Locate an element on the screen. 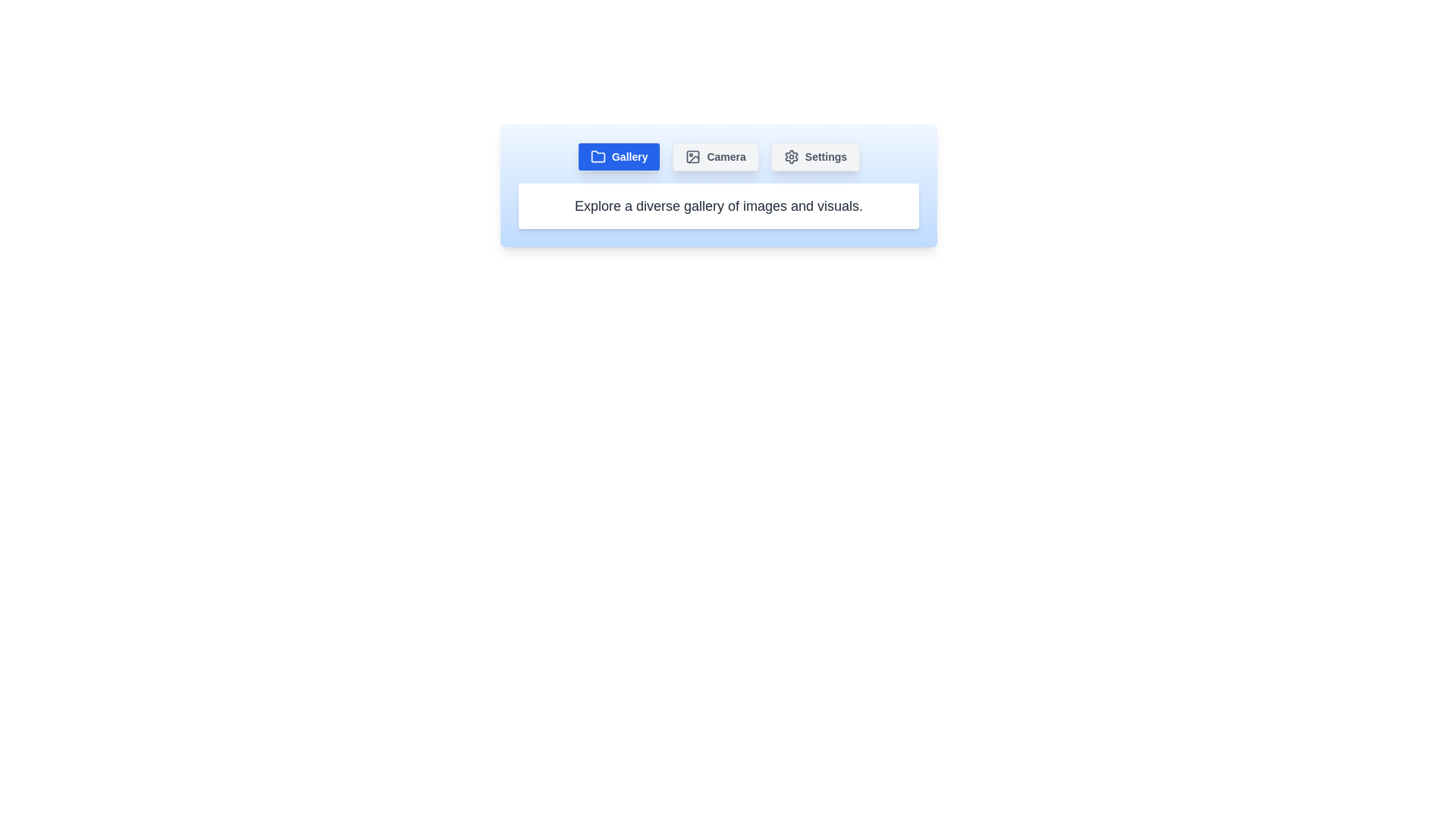 This screenshot has width=1456, height=819. the text block that displays the phrase 'Explore a diverse gallery of images and visuals.' which is styled in a large, medium-weight typeface with dark gray color on a white background, located below the buttons labeled 'Gallery,' 'Camera,' and 'Settings.' is located at coordinates (718, 206).